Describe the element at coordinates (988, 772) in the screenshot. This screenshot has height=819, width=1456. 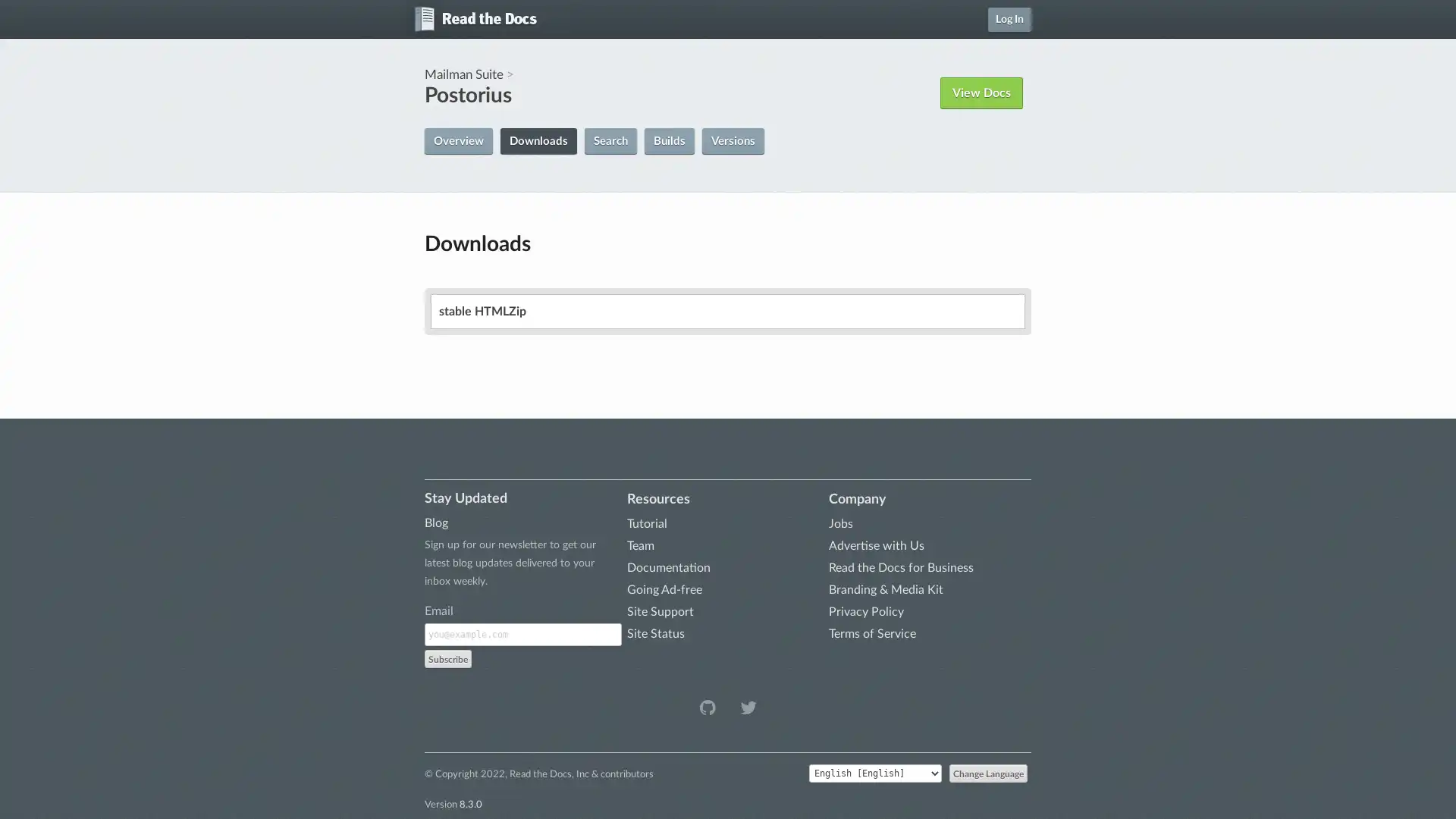
I see `Change Language` at that location.